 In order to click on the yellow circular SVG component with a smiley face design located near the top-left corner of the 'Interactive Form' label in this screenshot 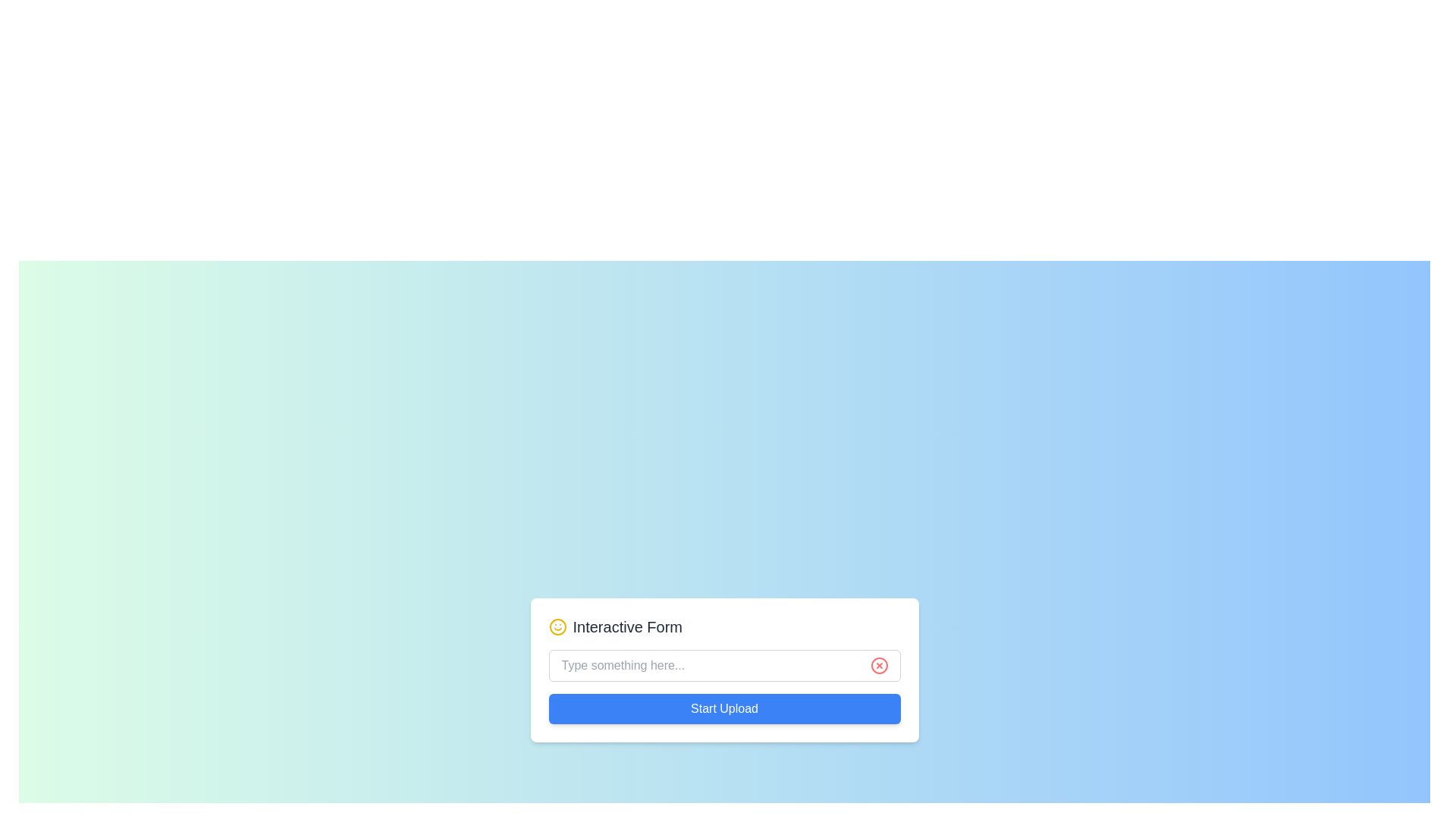, I will do `click(557, 626)`.